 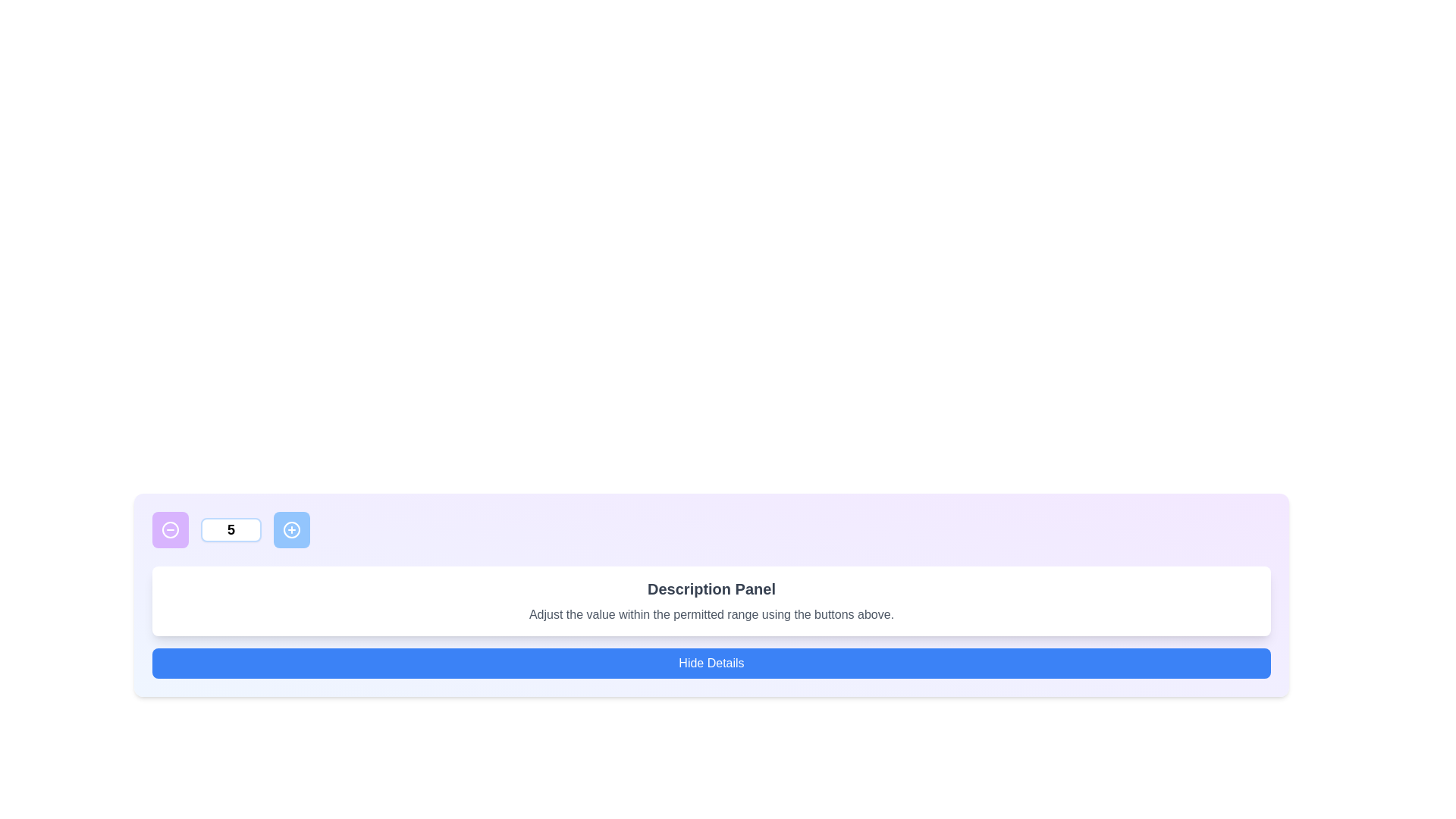 What do you see at coordinates (711, 588) in the screenshot?
I see `the Header Text element located above the descriptive paragraph, which introduces the purpose of the section` at bounding box center [711, 588].